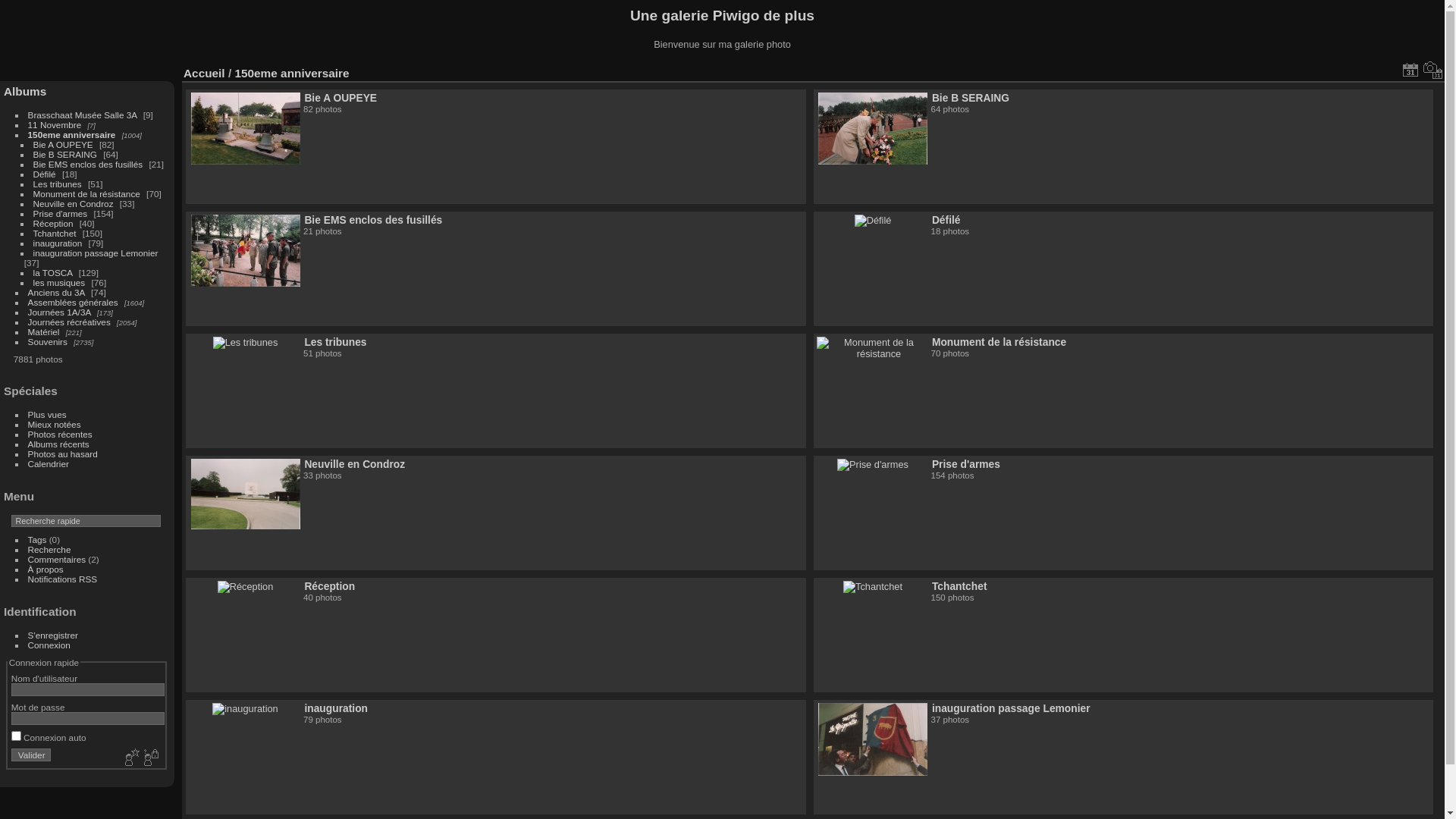 This screenshot has height=819, width=1456. What do you see at coordinates (59, 282) in the screenshot?
I see `'les musiques'` at bounding box center [59, 282].